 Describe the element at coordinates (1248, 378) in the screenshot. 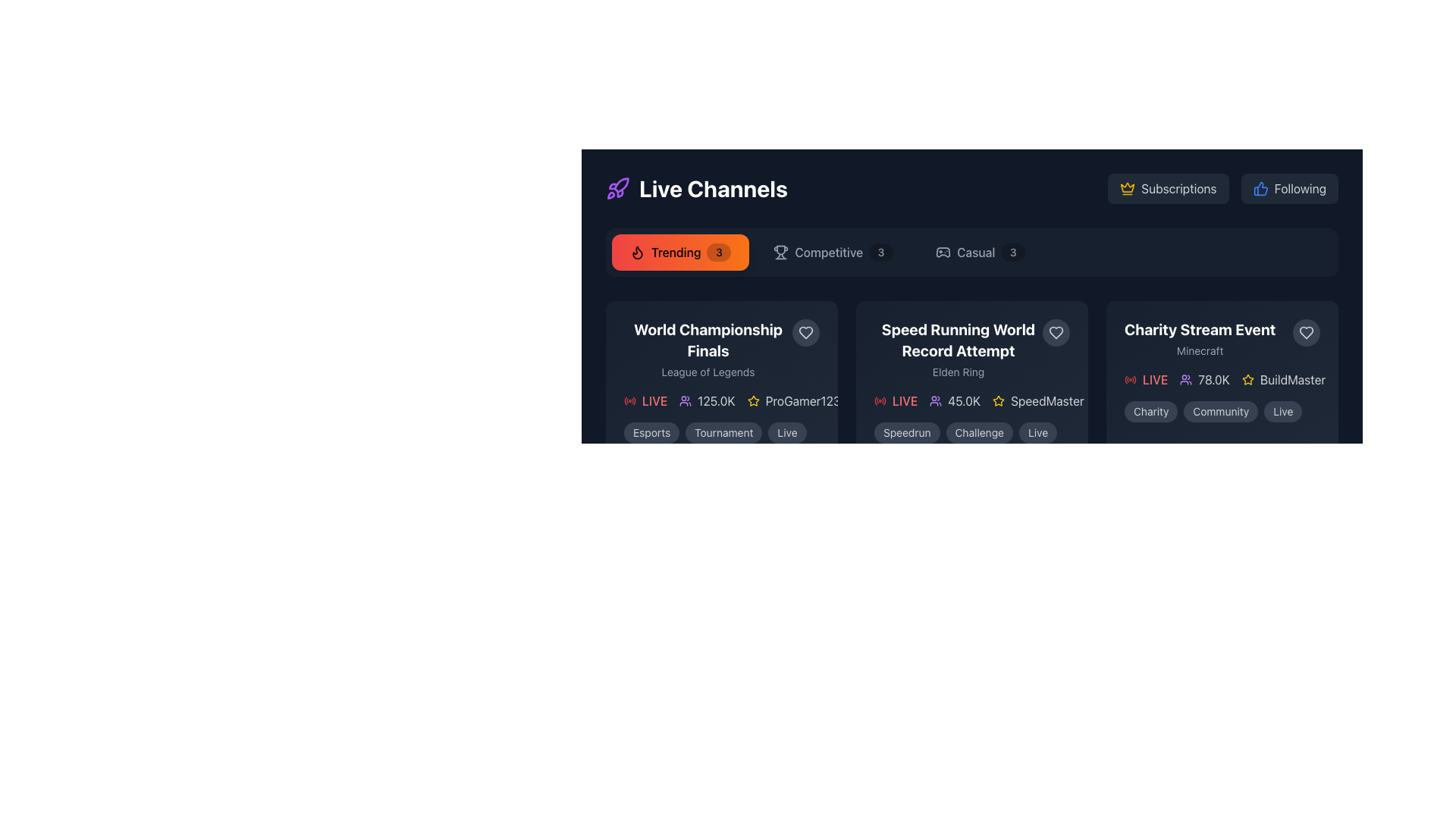

I see `the rating icon located in the second card under the 'Live Channels' header, adjacent to the viewer count and close to the name of the streamer to interact with it` at that location.